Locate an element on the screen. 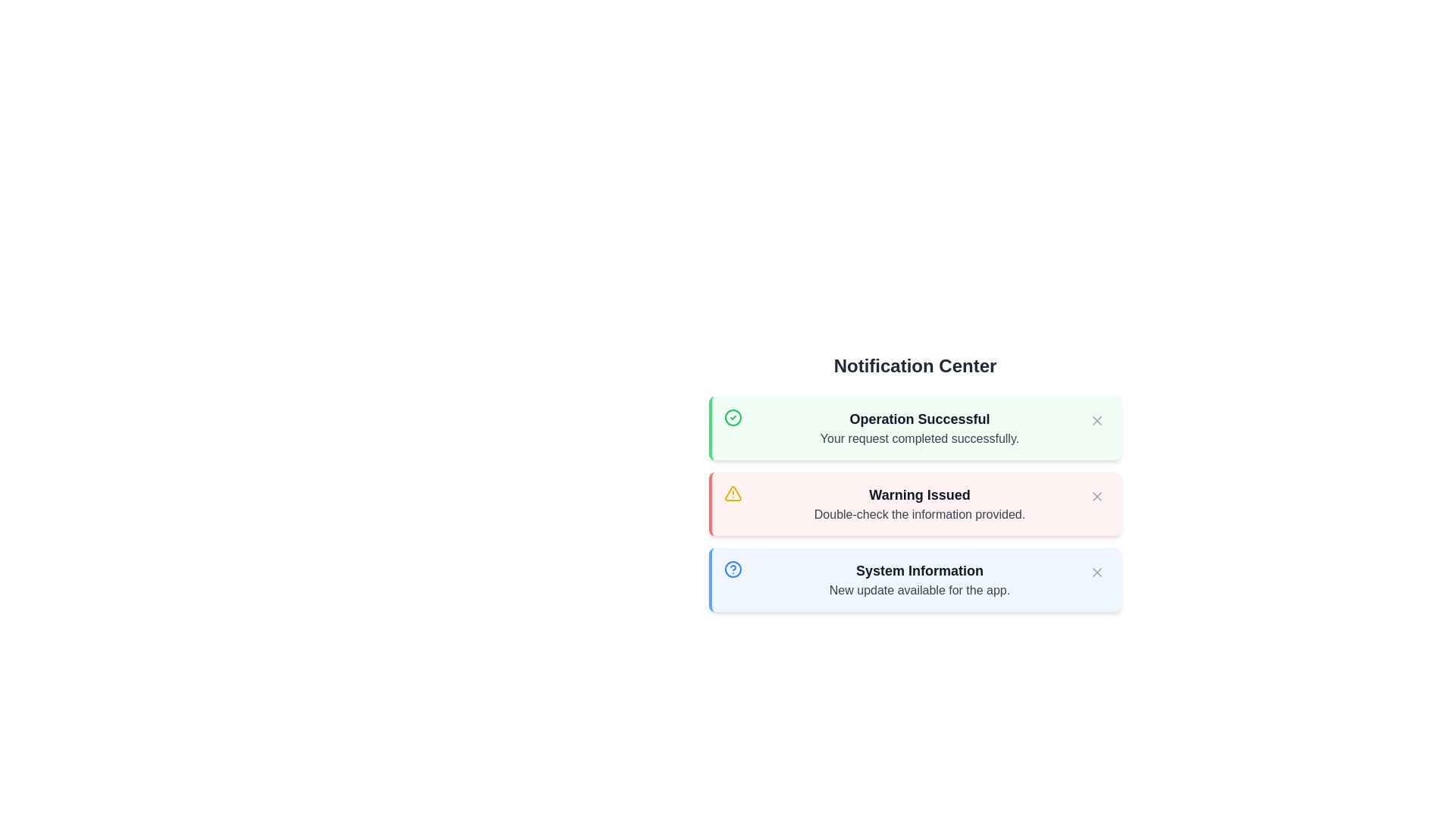  the triangular alert icon with yellow strokes, which is part of the 'Warning Issued' notification entry, positioned to the left of the text content is located at coordinates (733, 494).